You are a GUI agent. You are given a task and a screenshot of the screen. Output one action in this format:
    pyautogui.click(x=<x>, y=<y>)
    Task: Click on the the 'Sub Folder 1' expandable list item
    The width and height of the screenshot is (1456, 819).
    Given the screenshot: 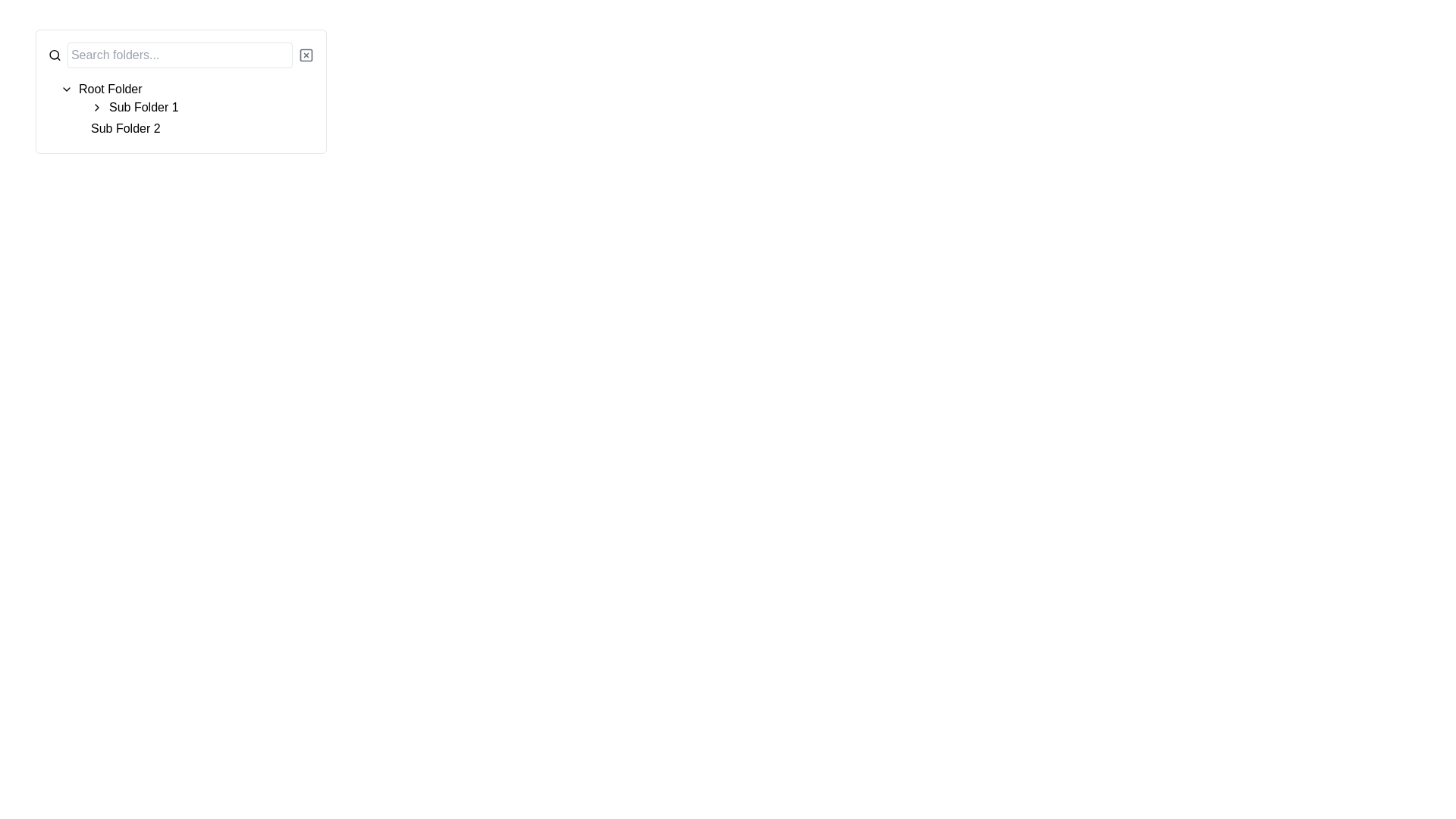 What is the action you would take?
    pyautogui.click(x=202, y=107)
    